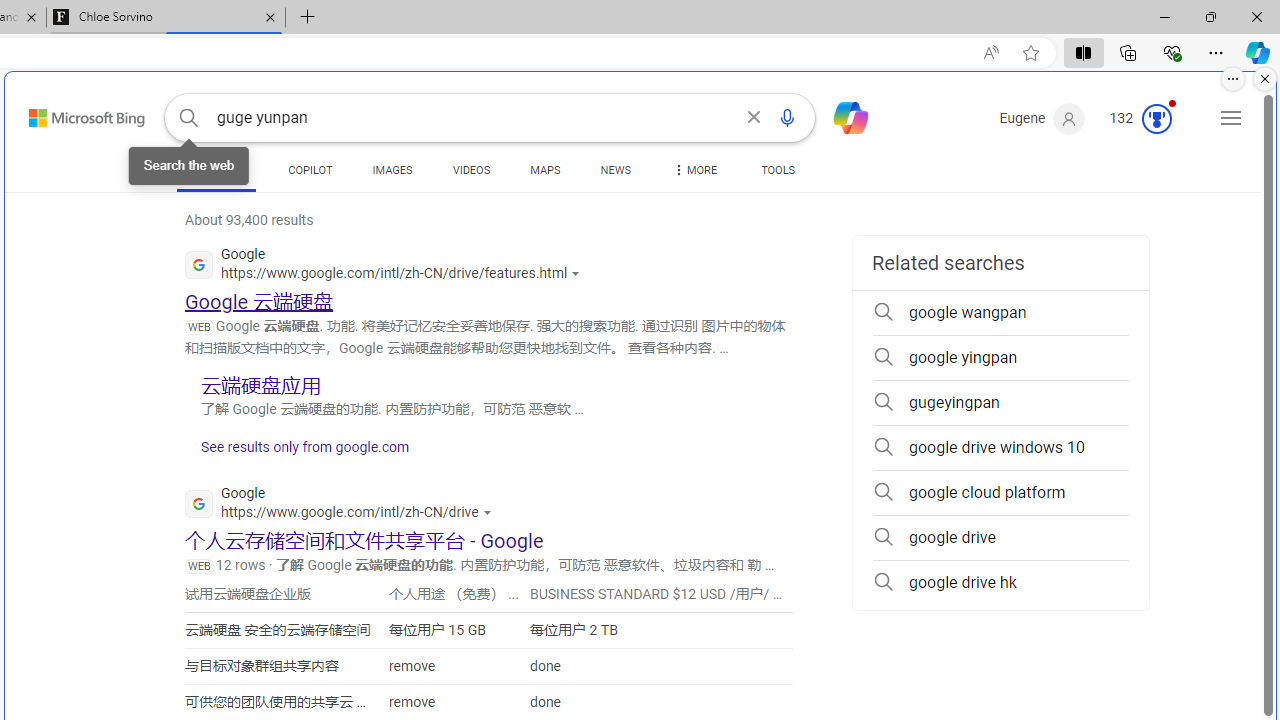 This screenshot has height=720, width=1280. Describe the element at coordinates (470, 172) in the screenshot. I see `'VIDEOS'` at that location.